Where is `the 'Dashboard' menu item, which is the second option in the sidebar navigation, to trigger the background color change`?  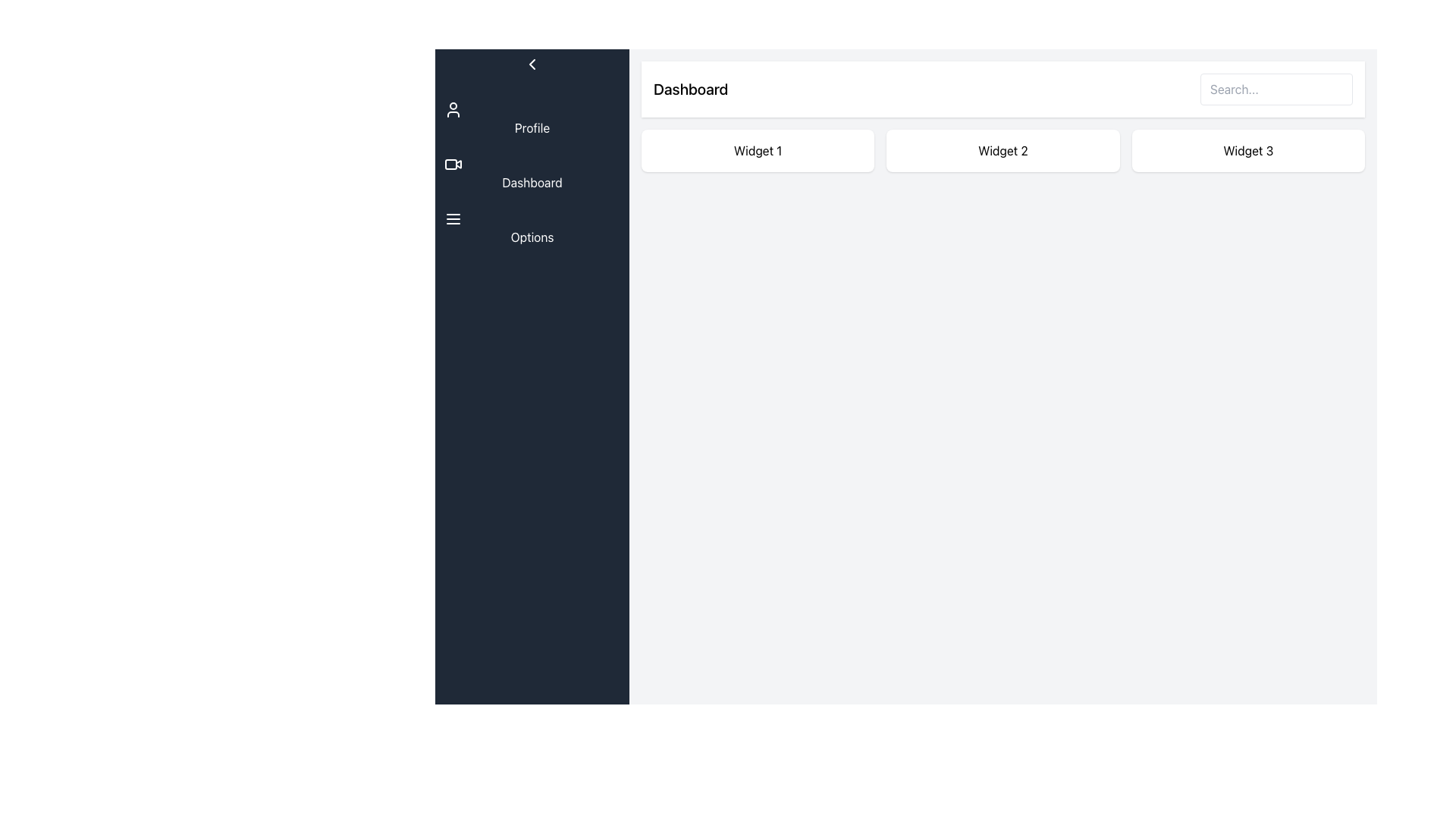
the 'Dashboard' menu item, which is the second option in the sidebar navigation, to trigger the background color change is located at coordinates (532, 172).